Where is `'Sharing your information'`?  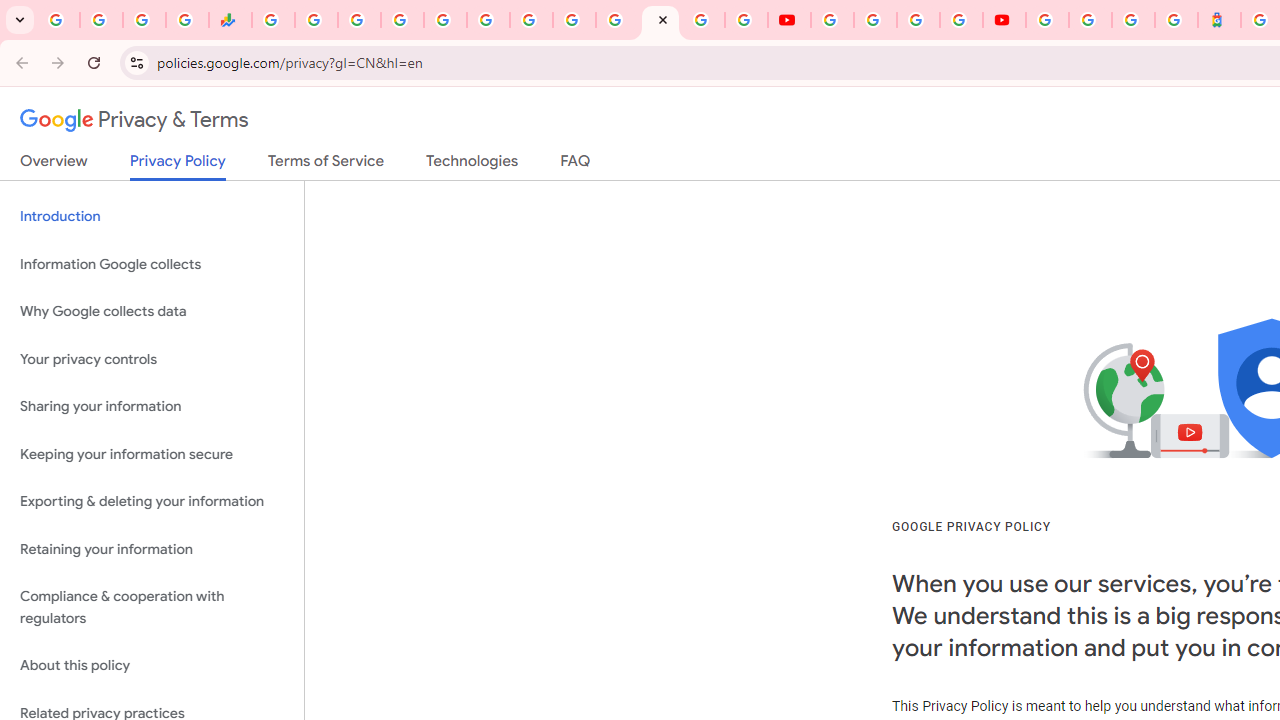 'Sharing your information' is located at coordinates (151, 406).